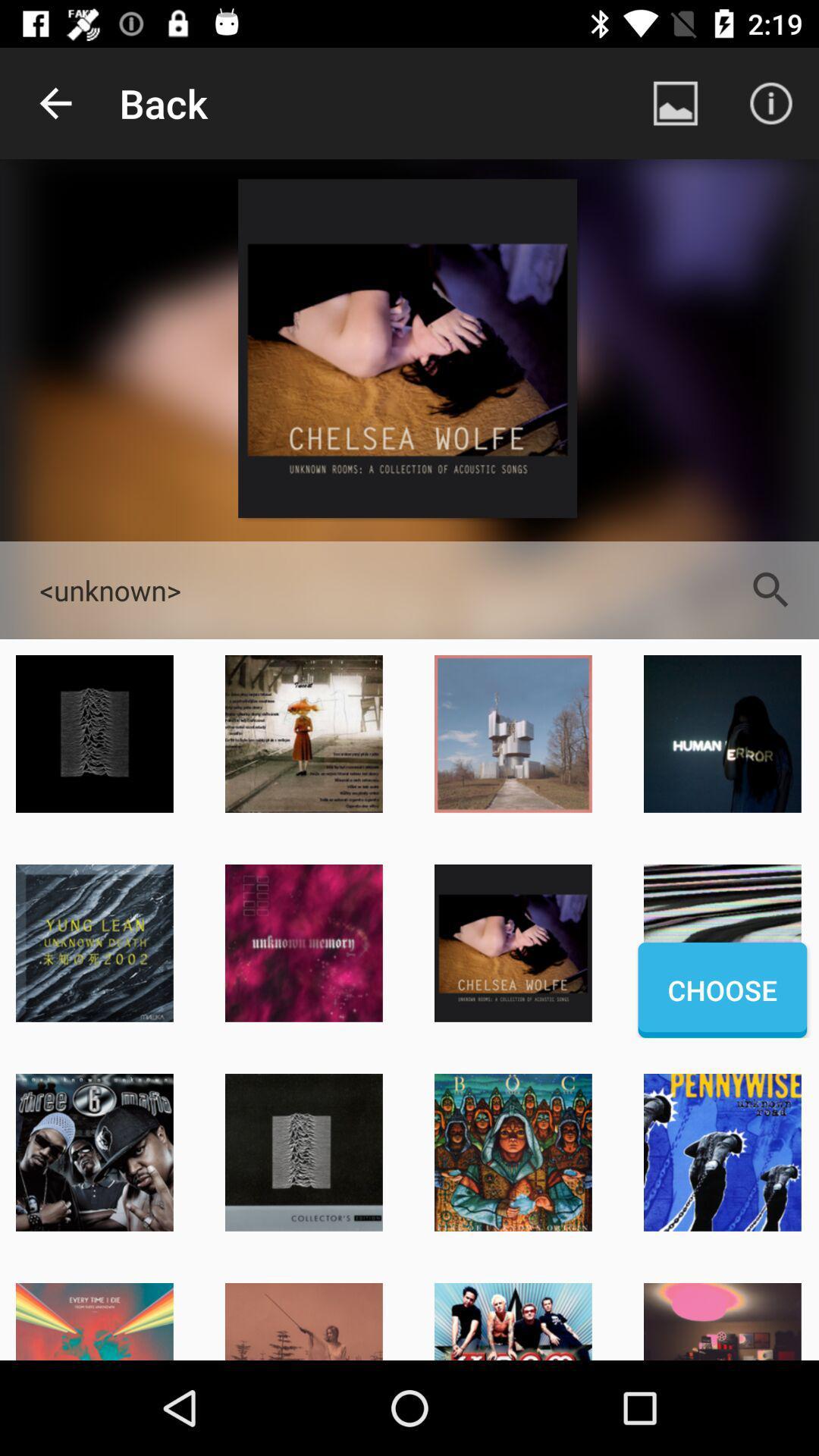 This screenshot has height=1456, width=819. I want to click on the app to the right of the <unknown> item, so click(771, 589).